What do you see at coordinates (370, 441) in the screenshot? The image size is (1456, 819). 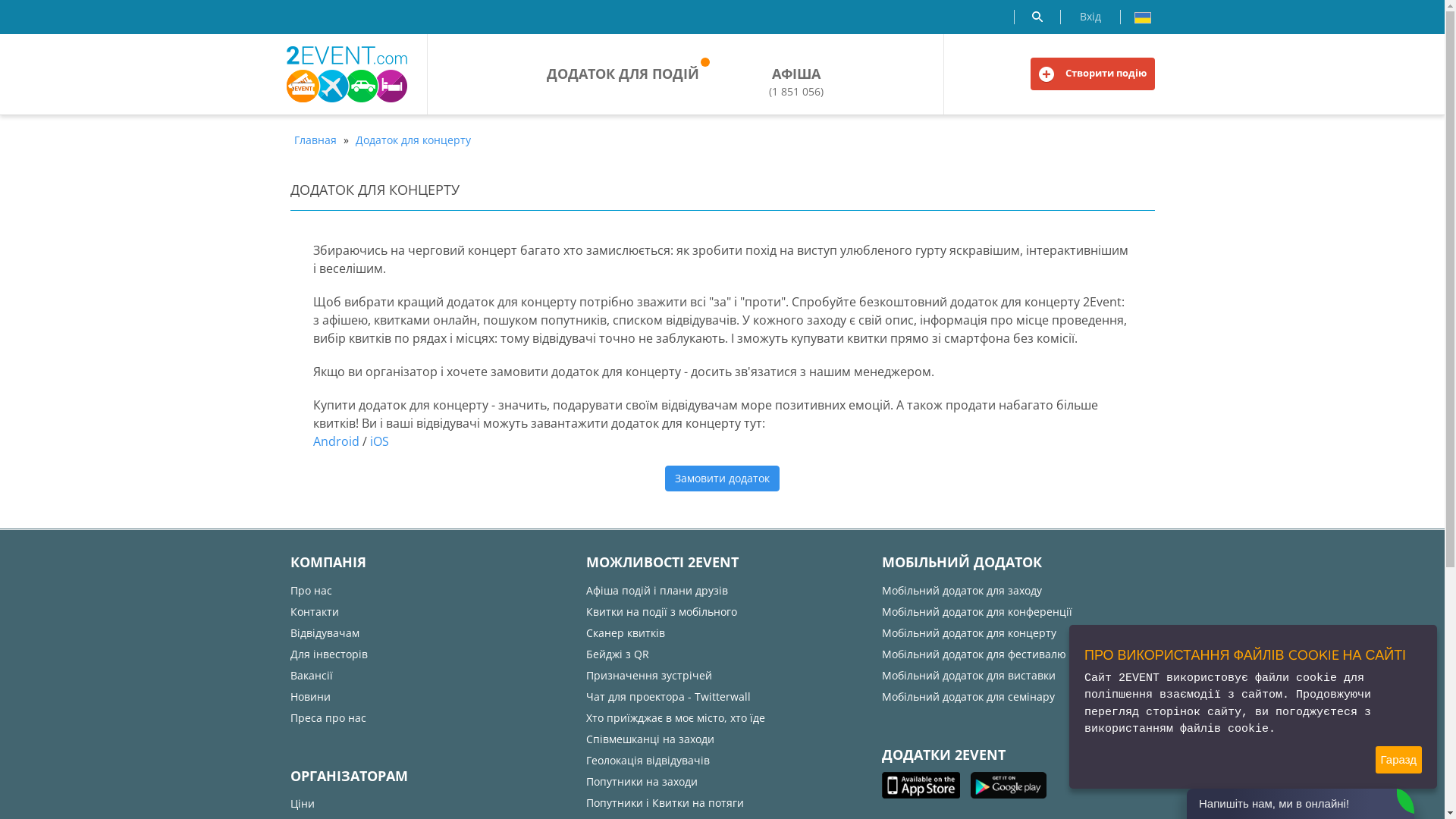 I see `'iOS'` at bounding box center [370, 441].